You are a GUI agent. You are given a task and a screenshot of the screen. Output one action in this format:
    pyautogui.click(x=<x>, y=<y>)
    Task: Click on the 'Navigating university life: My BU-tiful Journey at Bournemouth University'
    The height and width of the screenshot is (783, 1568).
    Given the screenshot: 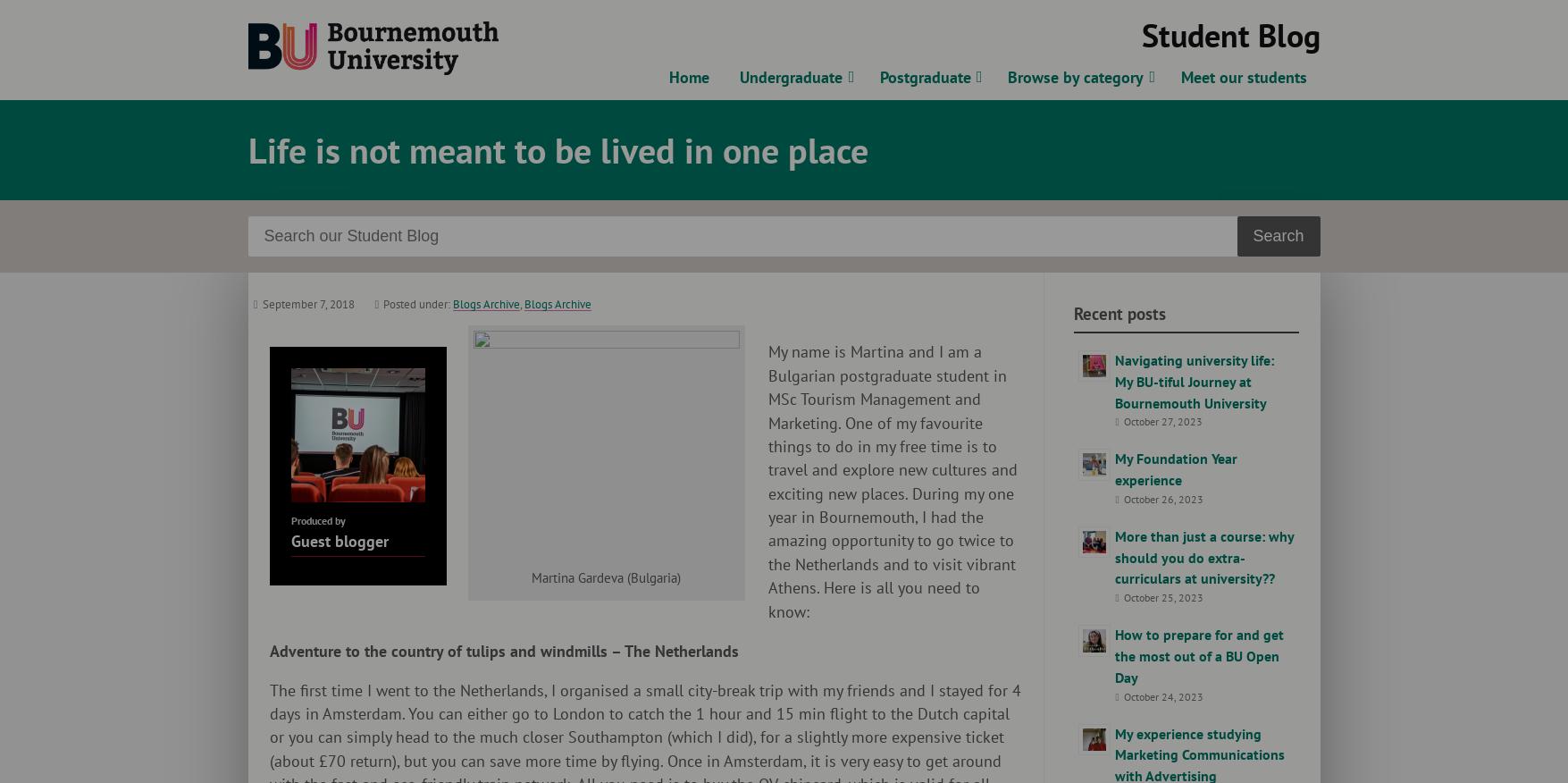 What is the action you would take?
    pyautogui.click(x=1193, y=380)
    